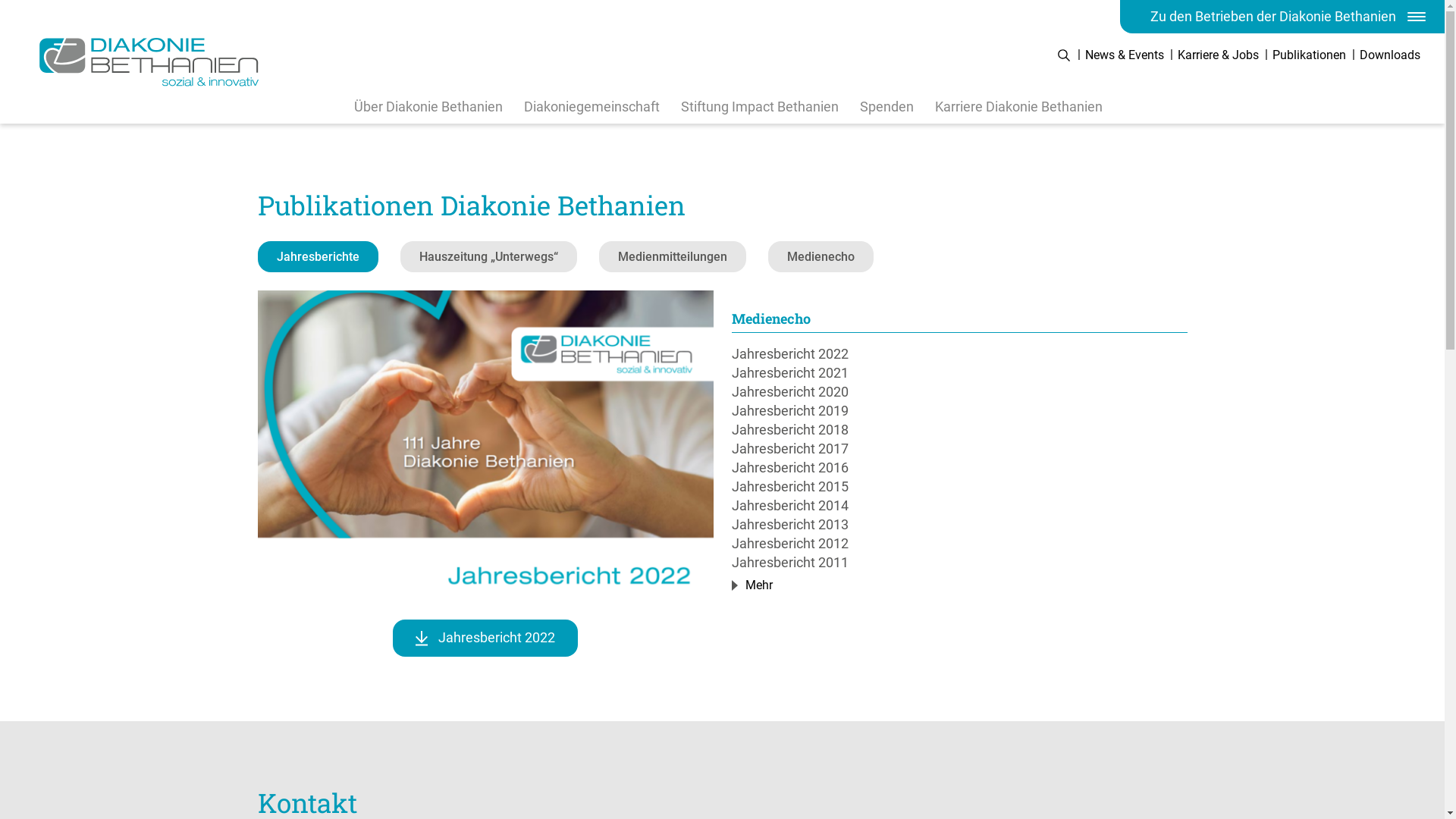  Describe the element at coordinates (760, 105) in the screenshot. I see `'Stiftung Impact Bethanien'` at that location.